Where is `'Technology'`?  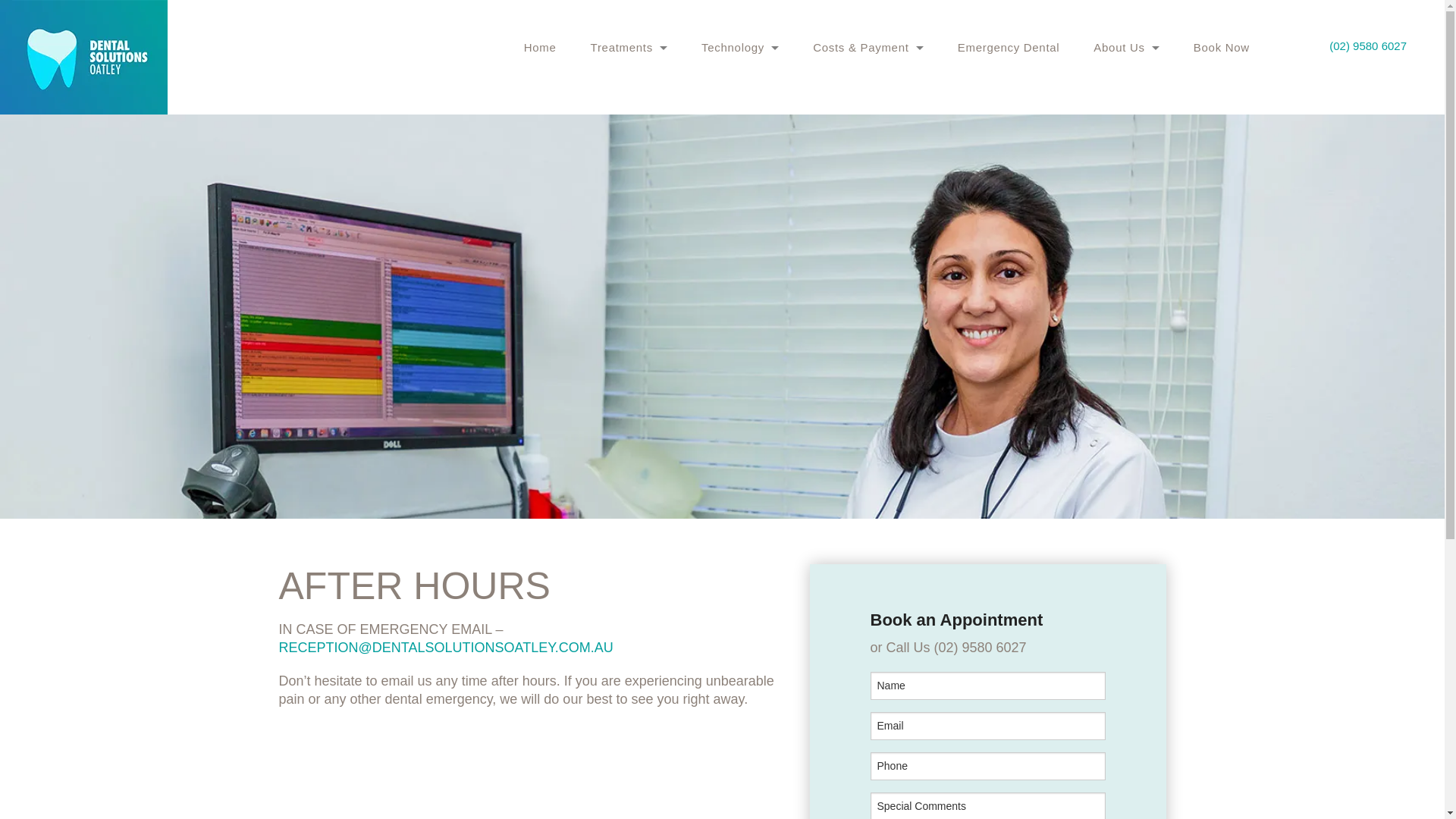
'Technology' is located at coordinates (739, 46).